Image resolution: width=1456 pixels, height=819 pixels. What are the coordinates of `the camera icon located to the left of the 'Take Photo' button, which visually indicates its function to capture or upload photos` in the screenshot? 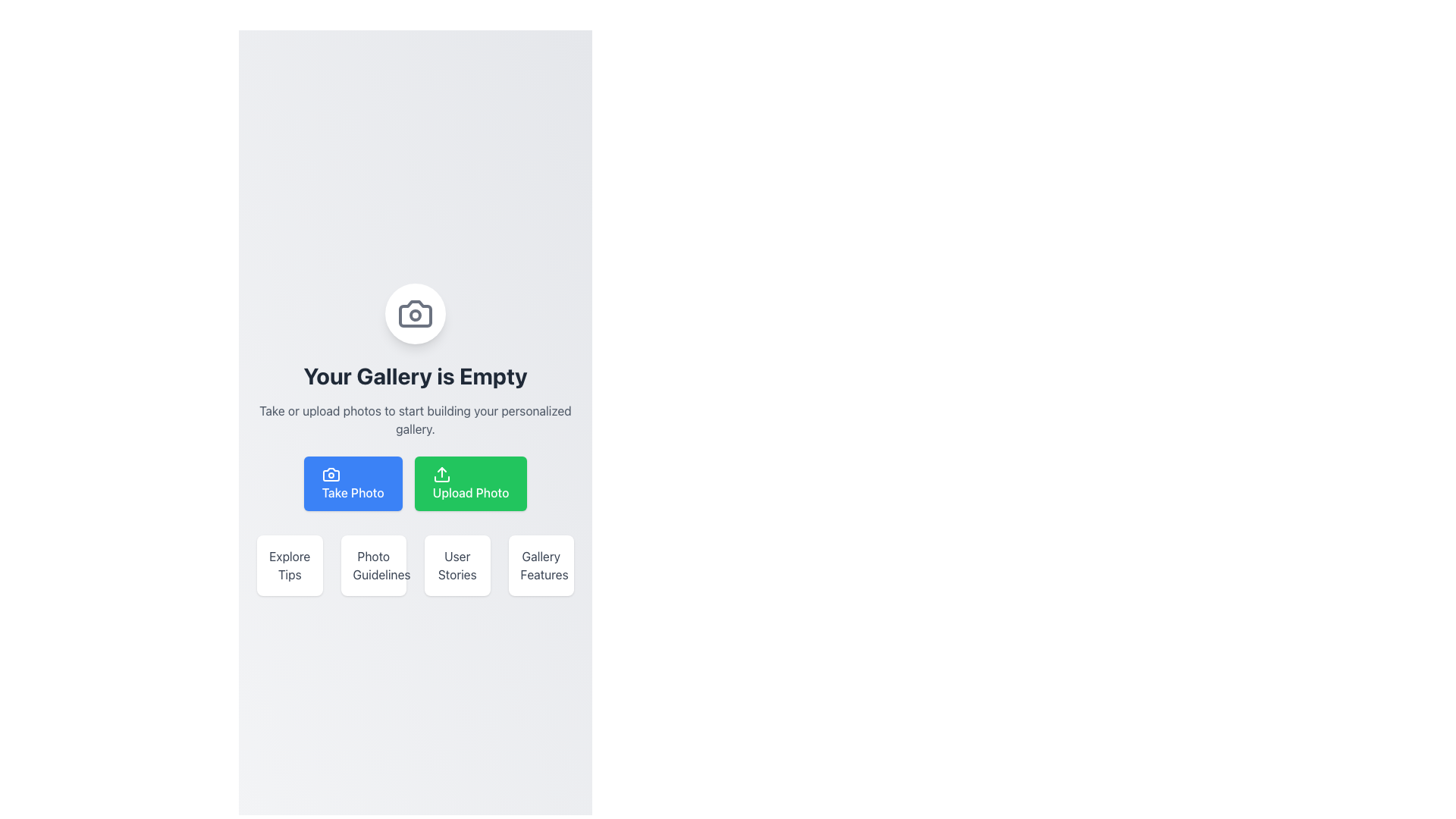 It's located at (330, 473).